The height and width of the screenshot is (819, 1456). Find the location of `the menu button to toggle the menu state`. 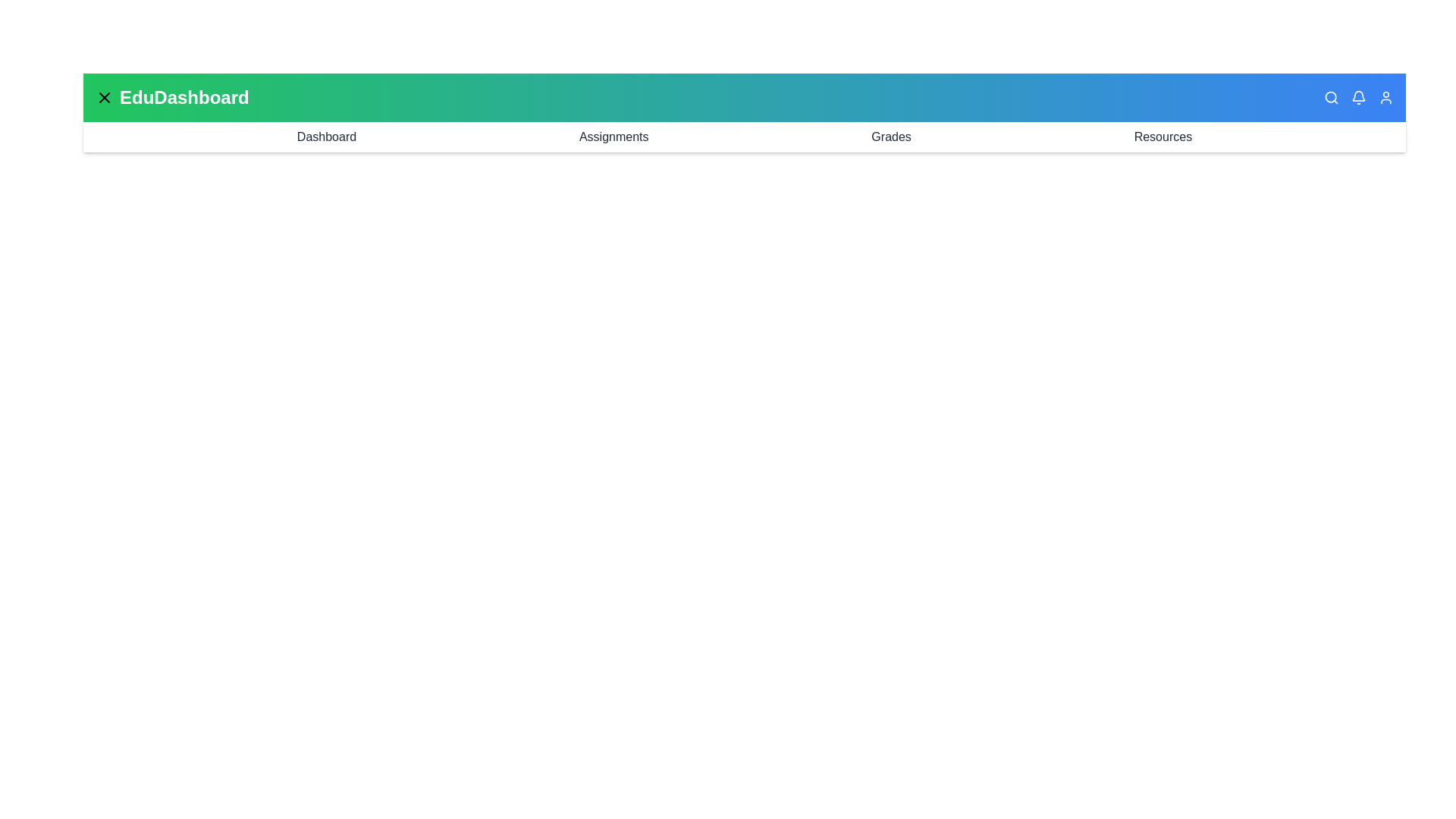

the menu button to toggle the menu state is located at coordinates (104, 97).